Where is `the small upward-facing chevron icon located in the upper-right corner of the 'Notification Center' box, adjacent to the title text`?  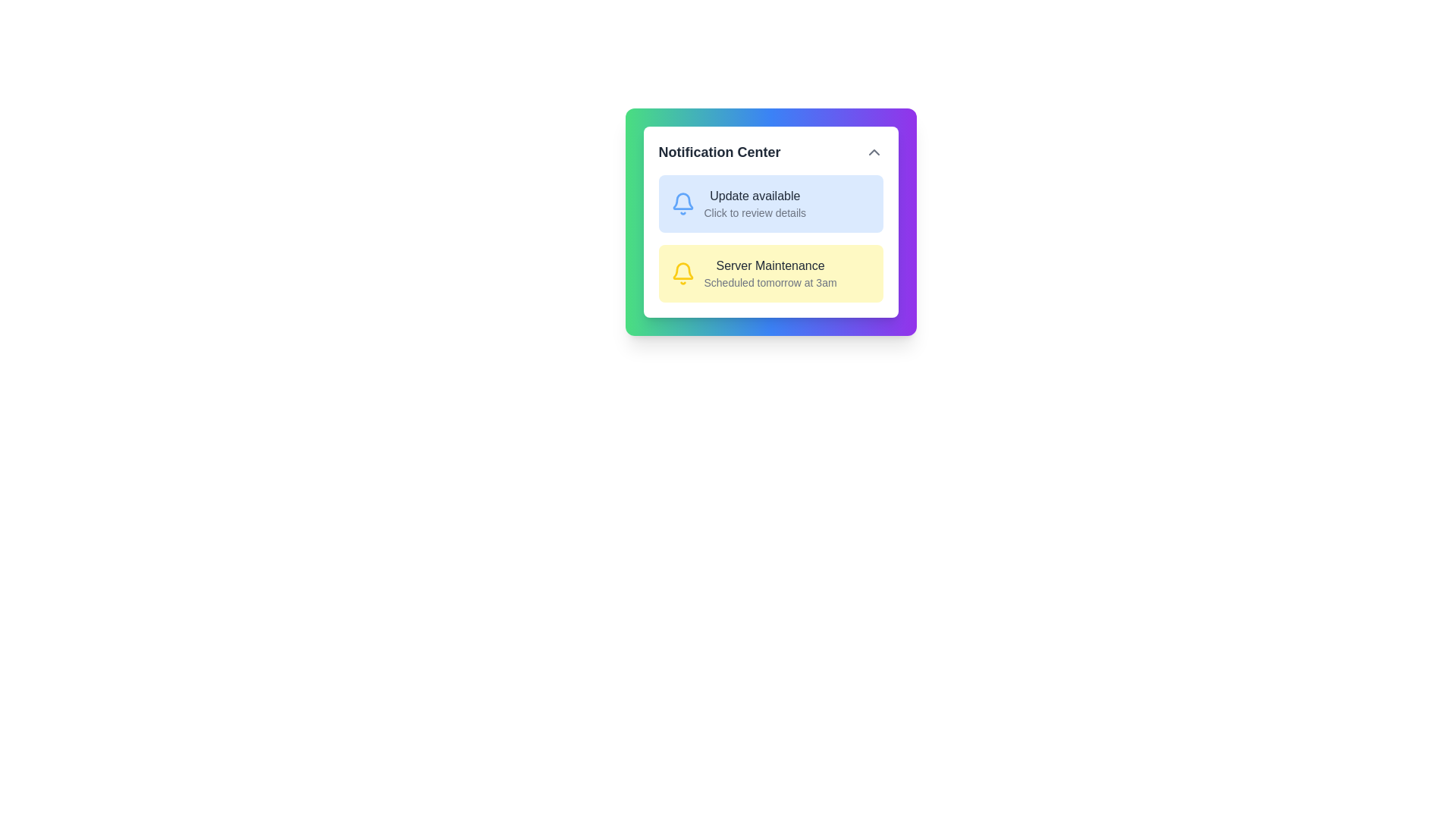 the small upward-facing chevron icon located in the upper-right corner of the 'Notification Center' box, adjacent to the title text is located at coordinates (874, 152).